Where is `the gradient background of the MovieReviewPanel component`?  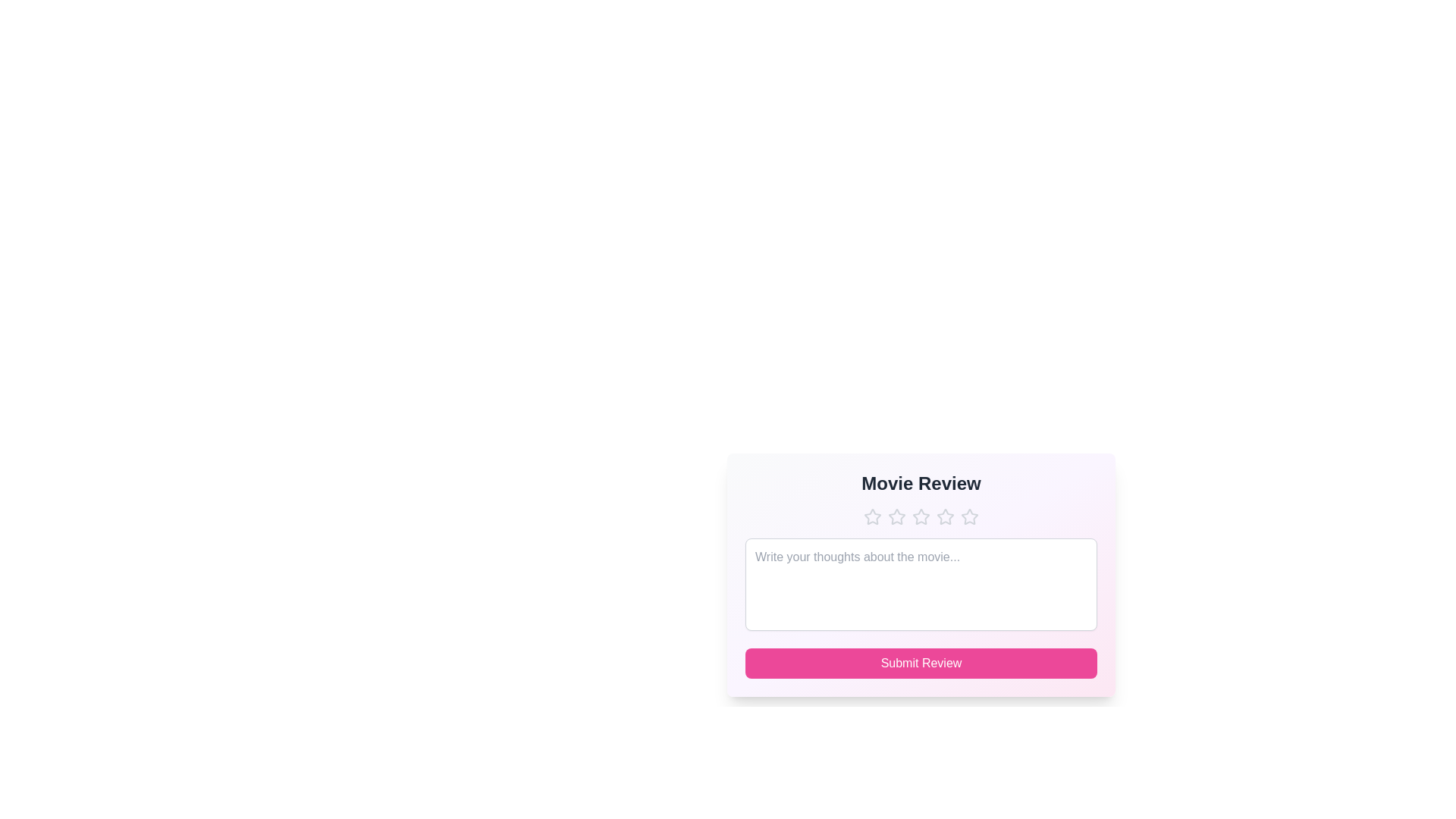 the gradient background of the MovieReviewPanel component is located at coordinates (920, 575).